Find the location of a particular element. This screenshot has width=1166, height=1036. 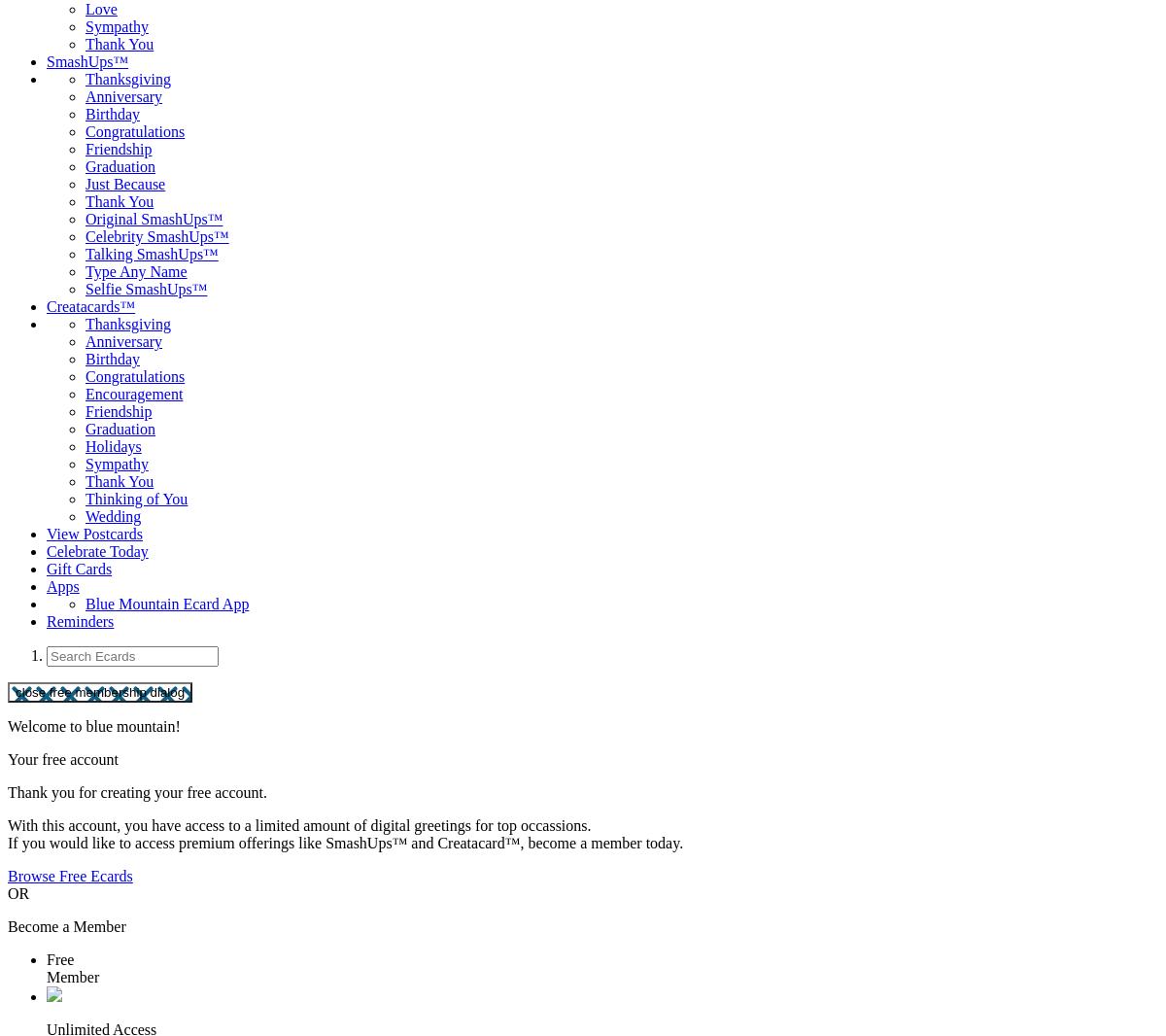

'Thinking of You' is located at coordinates (85, 499).